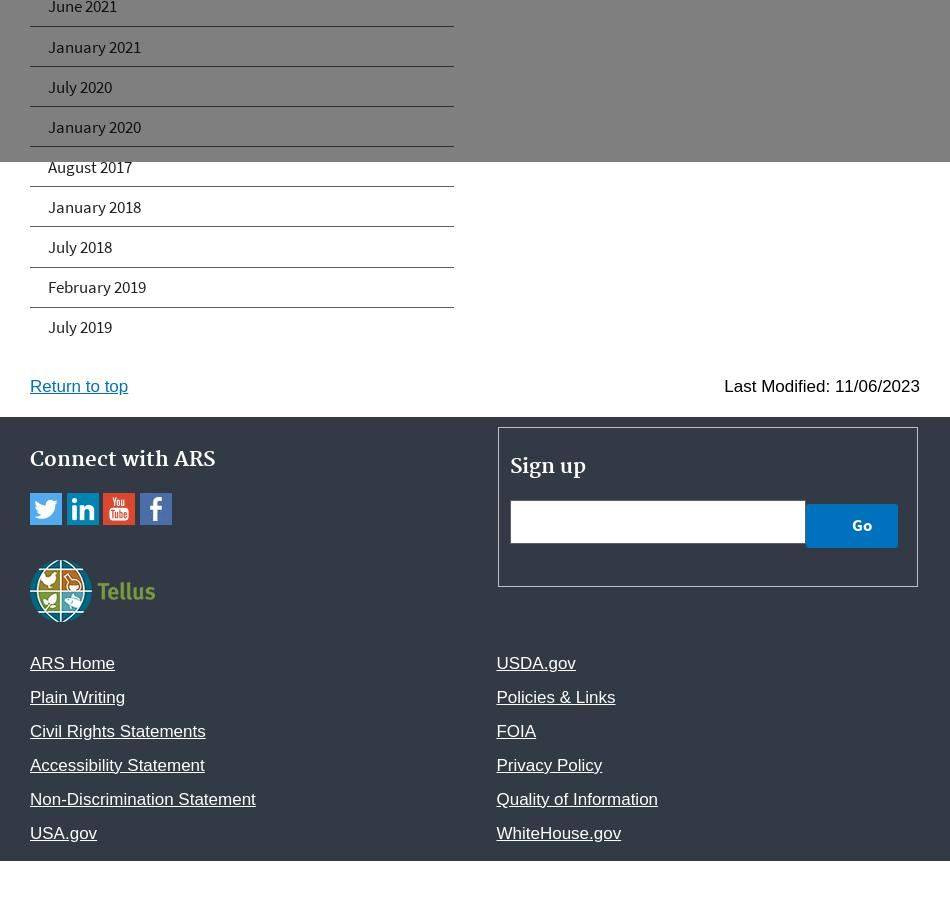  Describe the element at coordinates (96, 286) in the screenshot. I see `'February 2019'` at that location.